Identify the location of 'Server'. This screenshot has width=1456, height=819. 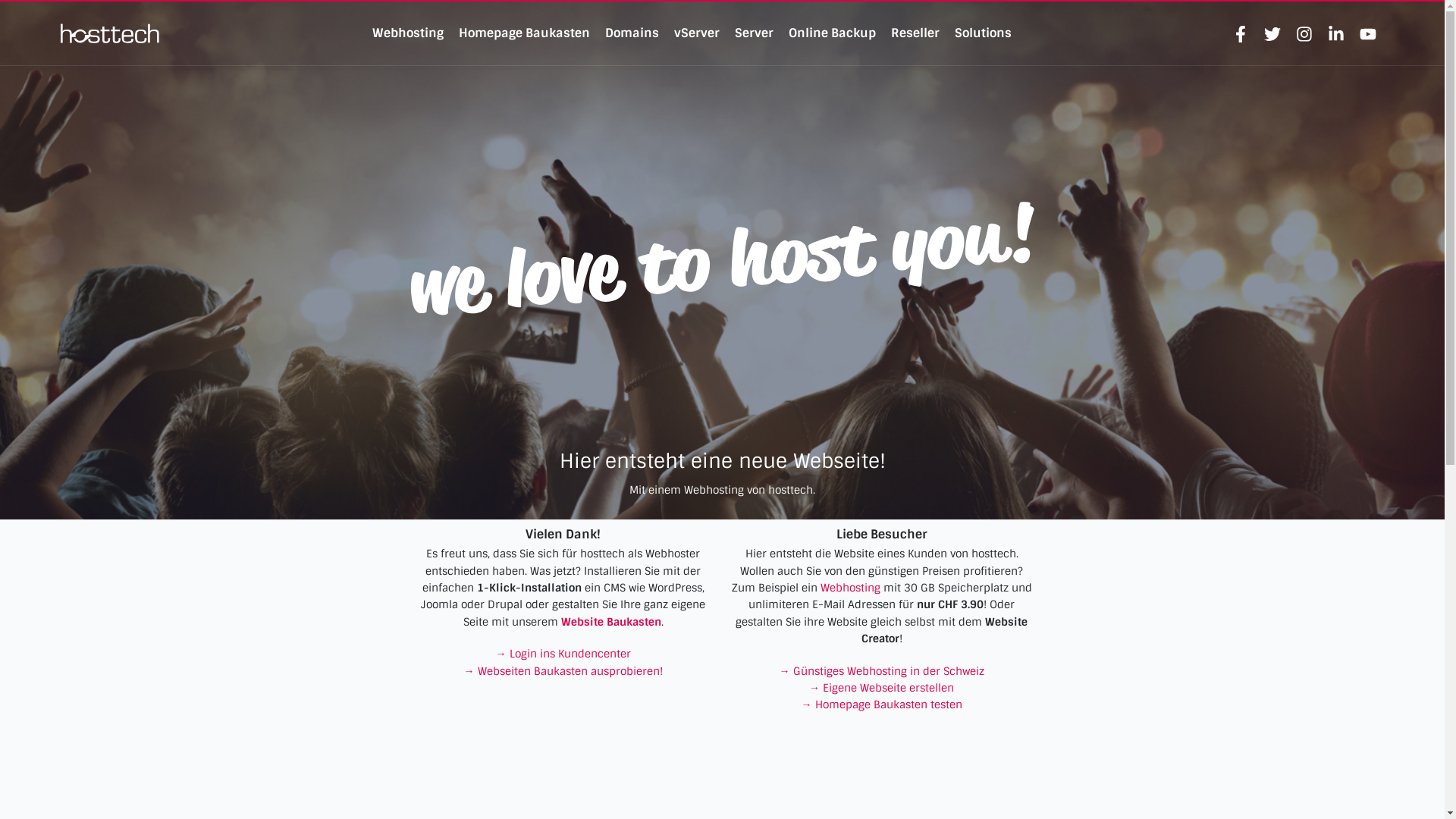
(735, 33).